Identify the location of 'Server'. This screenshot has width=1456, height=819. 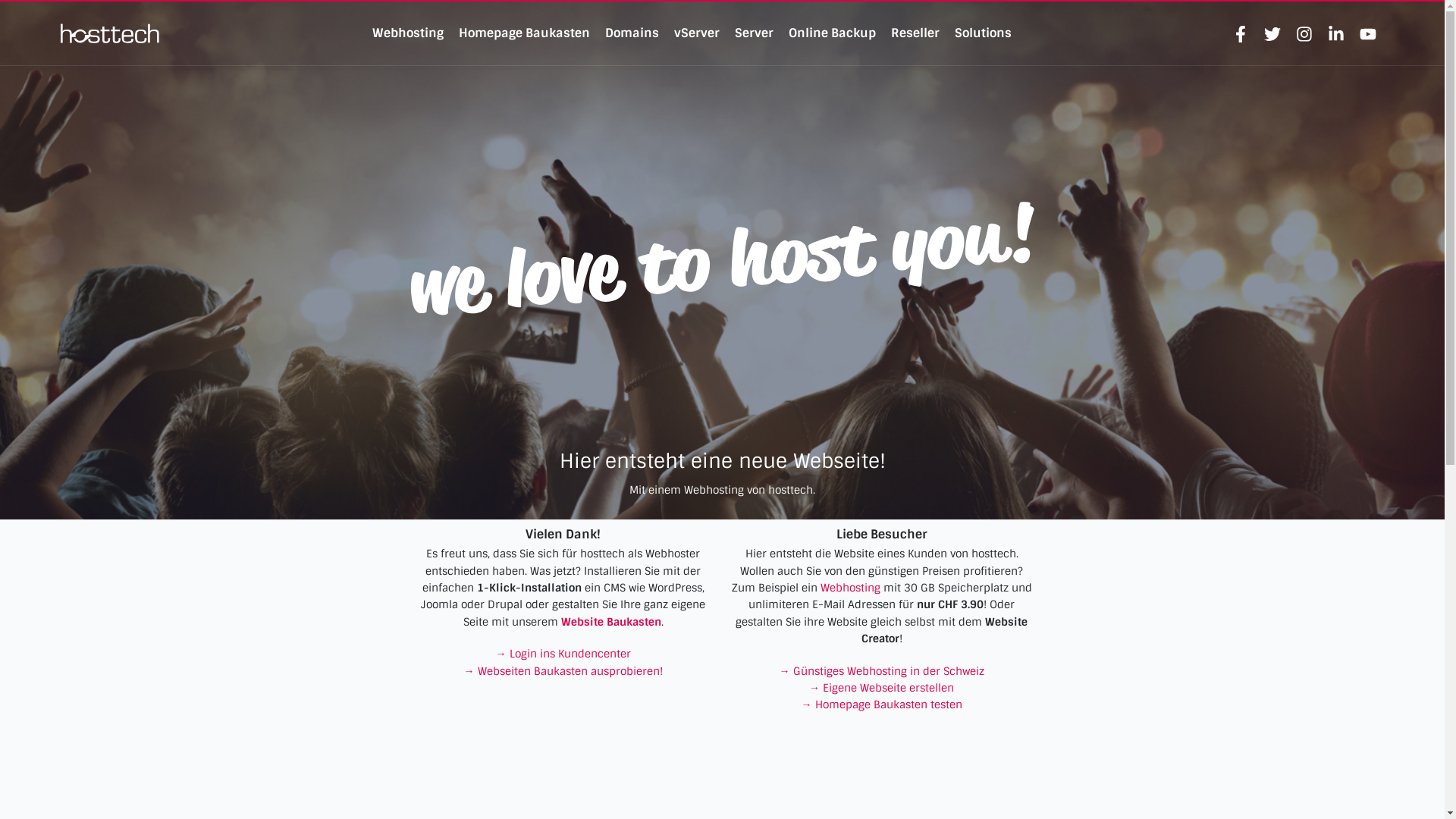
(735, 33).